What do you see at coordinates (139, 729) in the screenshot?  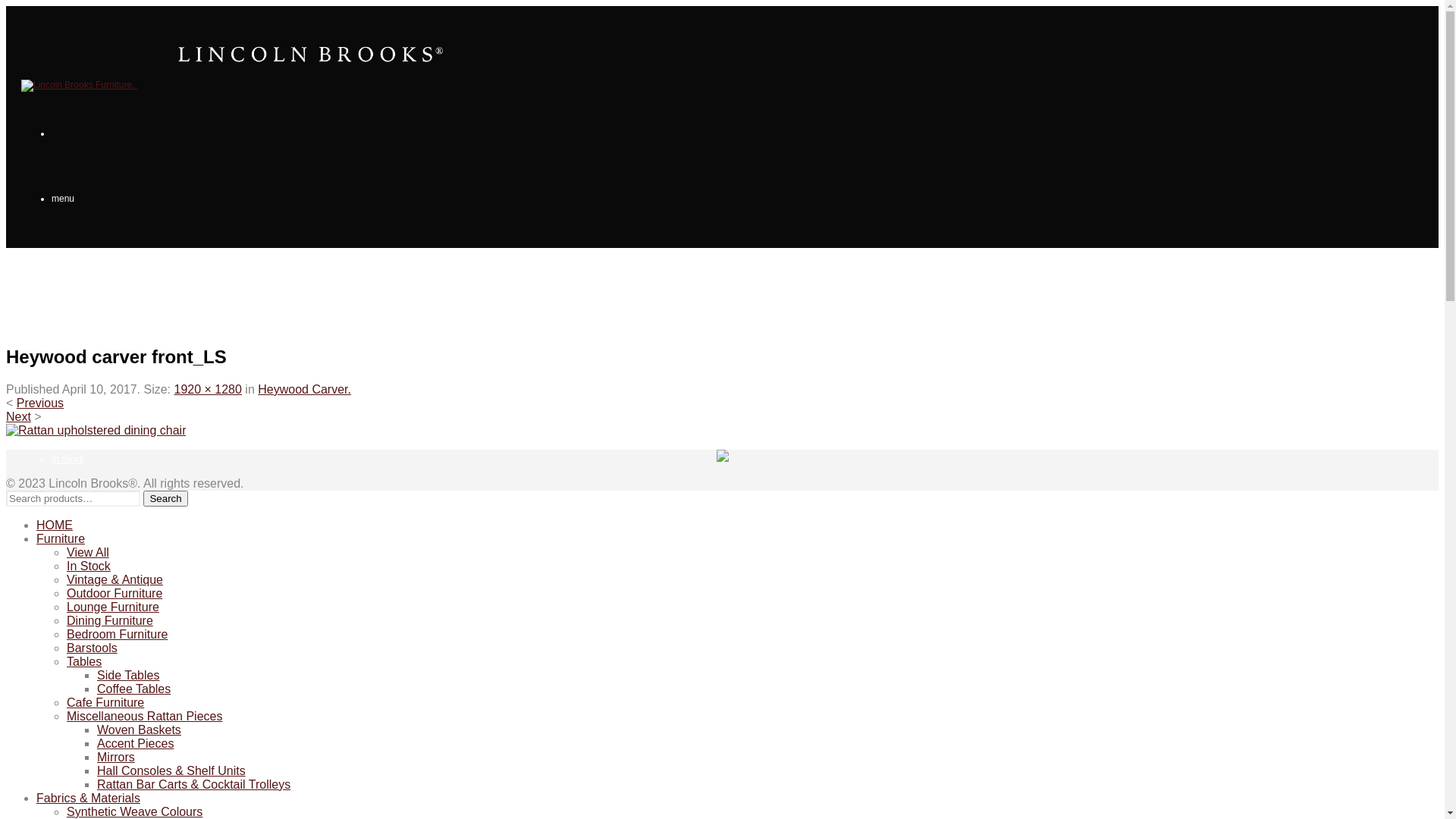 I see `'Woven Baskets'` at bounding box center [139, 729].